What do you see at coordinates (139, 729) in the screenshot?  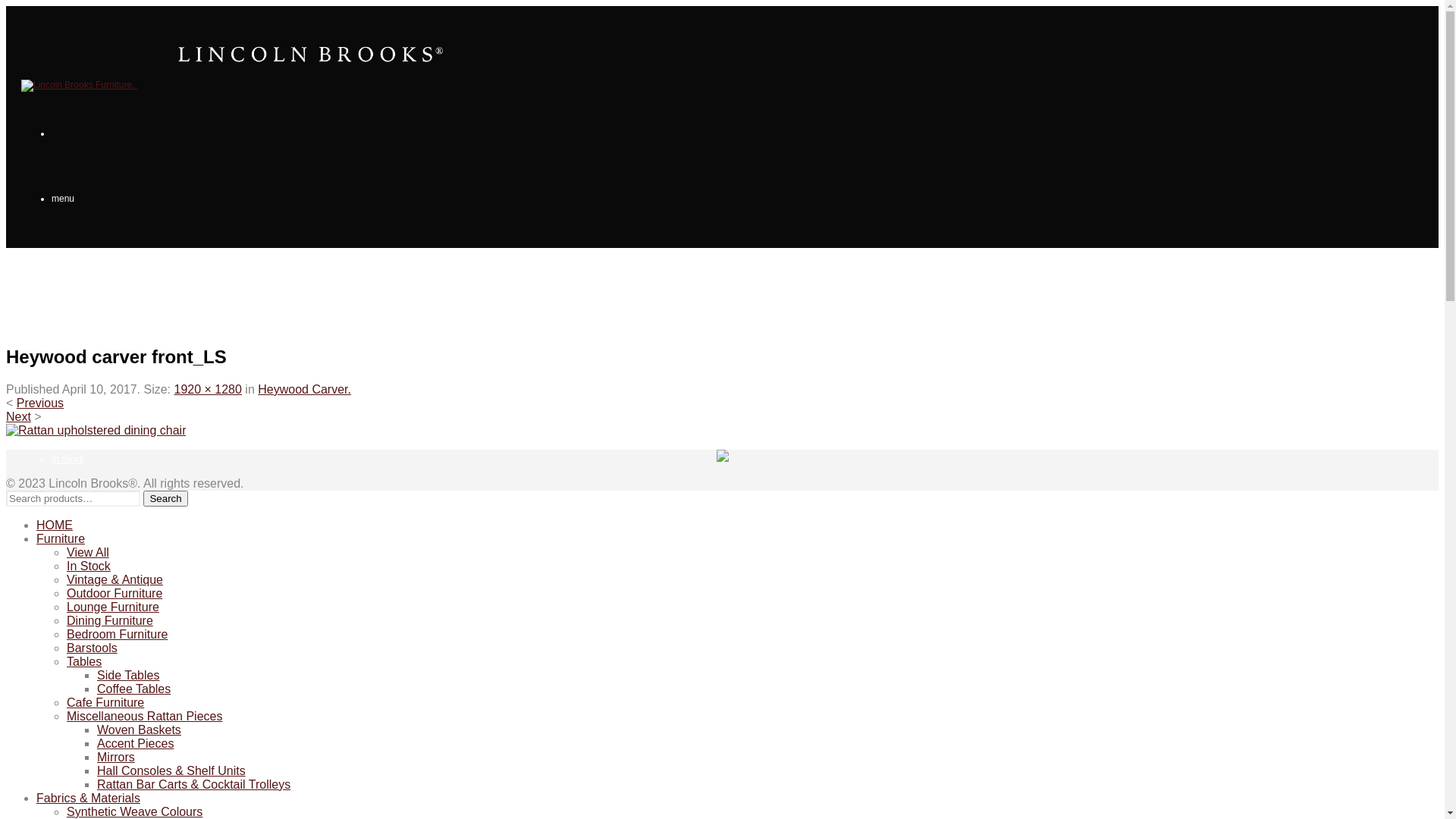 I see `'Woven Baskets'` at bounding box center [139, 729].